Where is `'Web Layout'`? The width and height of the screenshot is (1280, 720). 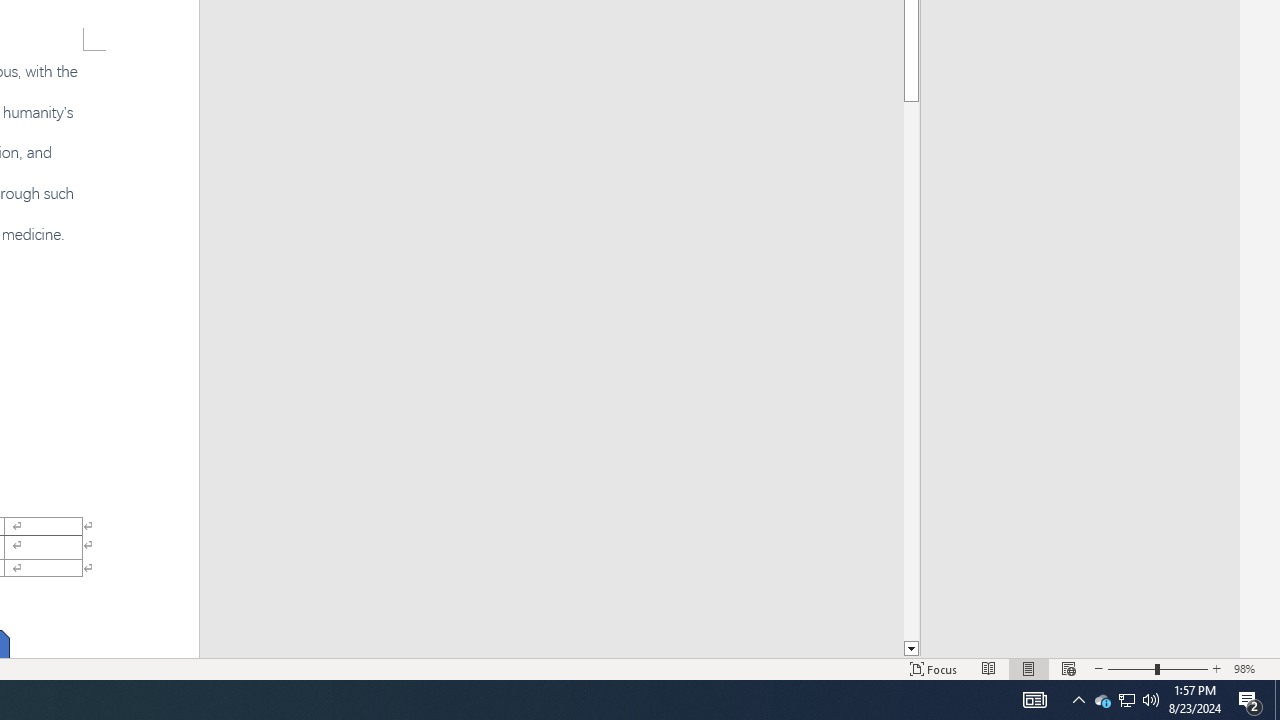 'Web Layout' is located at coordinates (1068, 669).